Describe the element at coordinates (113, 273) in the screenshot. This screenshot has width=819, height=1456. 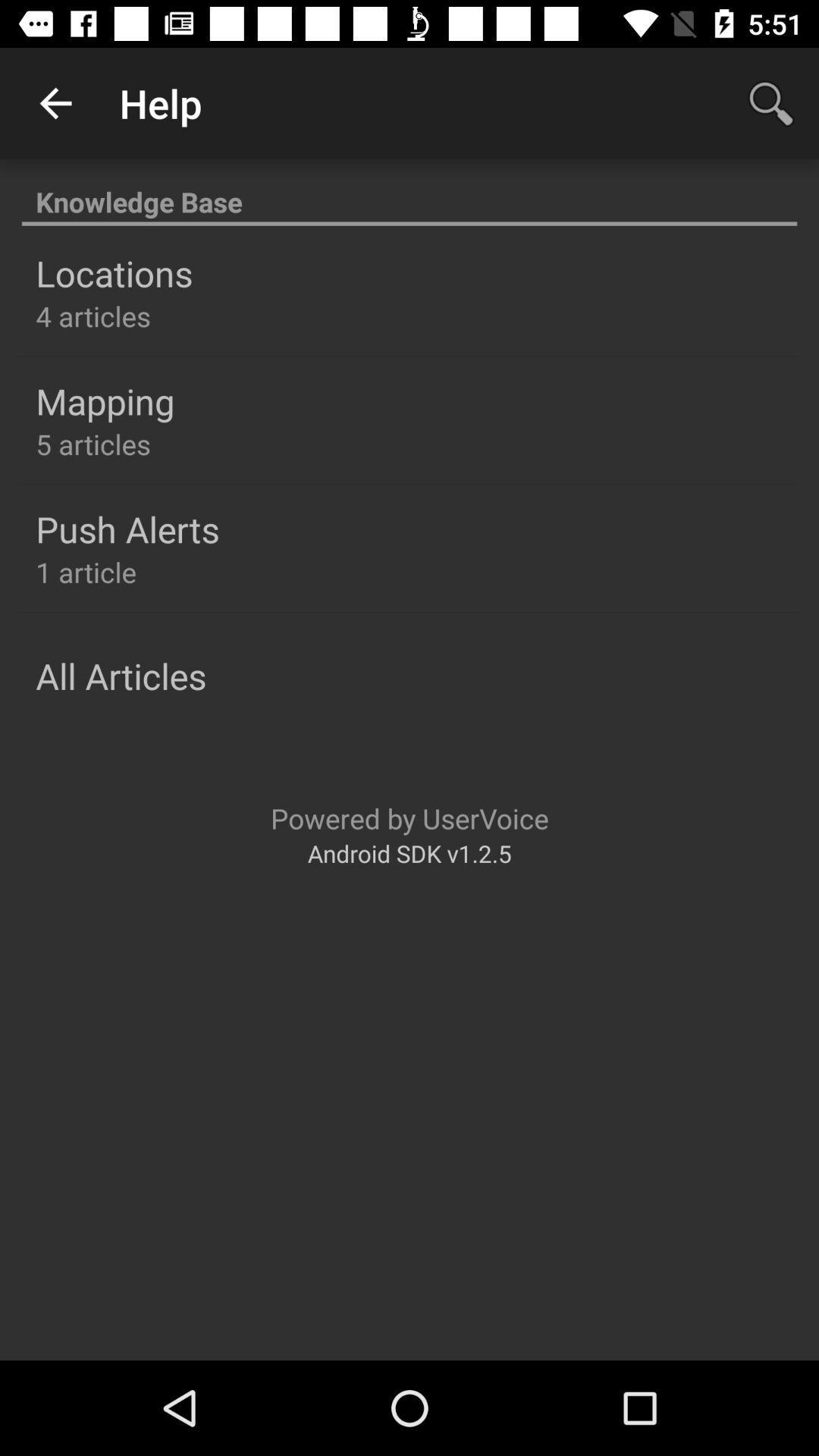
I see `icon above the 4 articles` at that location.